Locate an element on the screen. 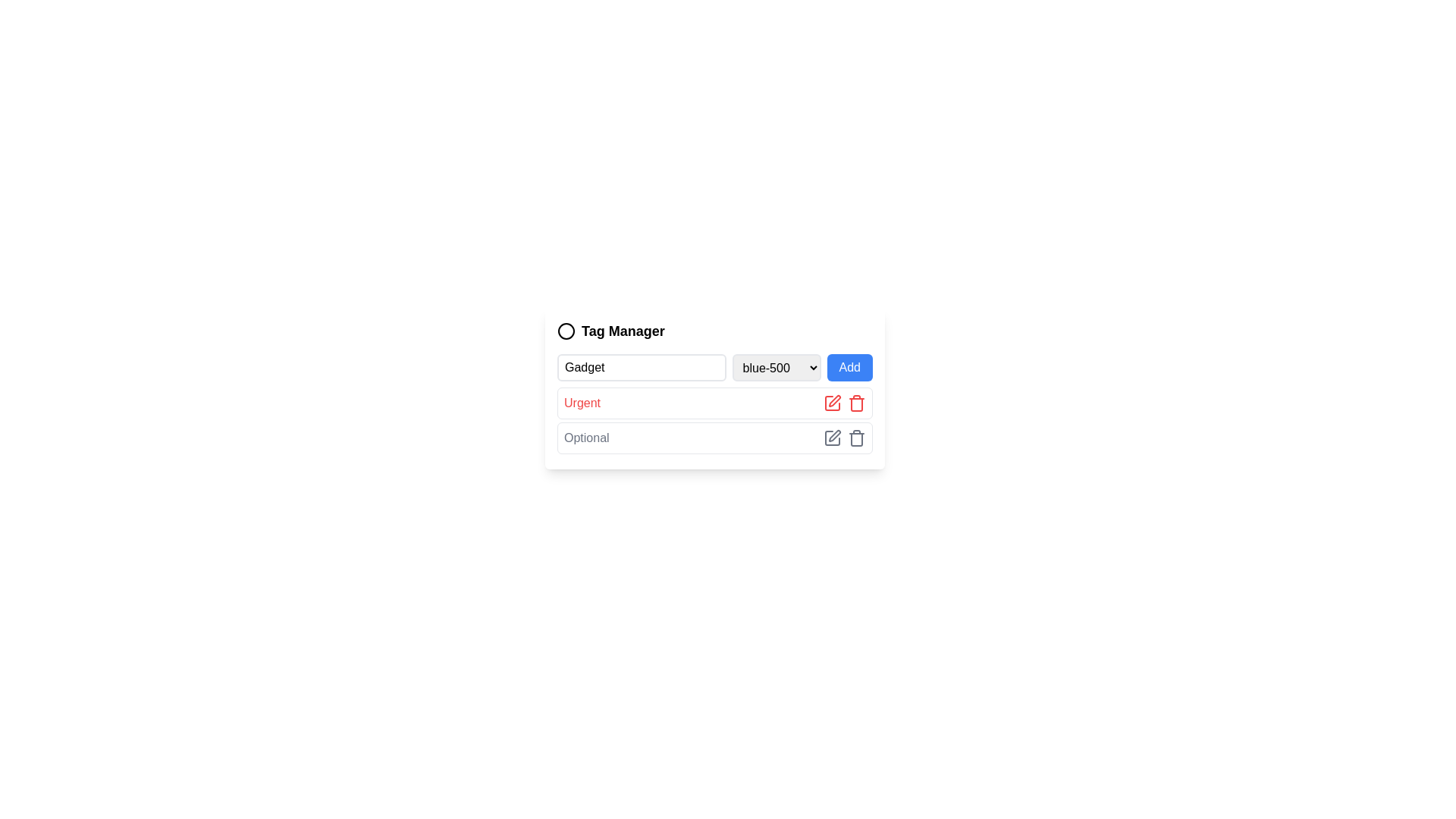 Image resolution: width=1456 pixels, height=819 pixels. the circular icon graphic element that serves as a visual identifier for the 'Tag Manager' label, located to the left of the text within the central card interface is located at coordinates (566, 330).